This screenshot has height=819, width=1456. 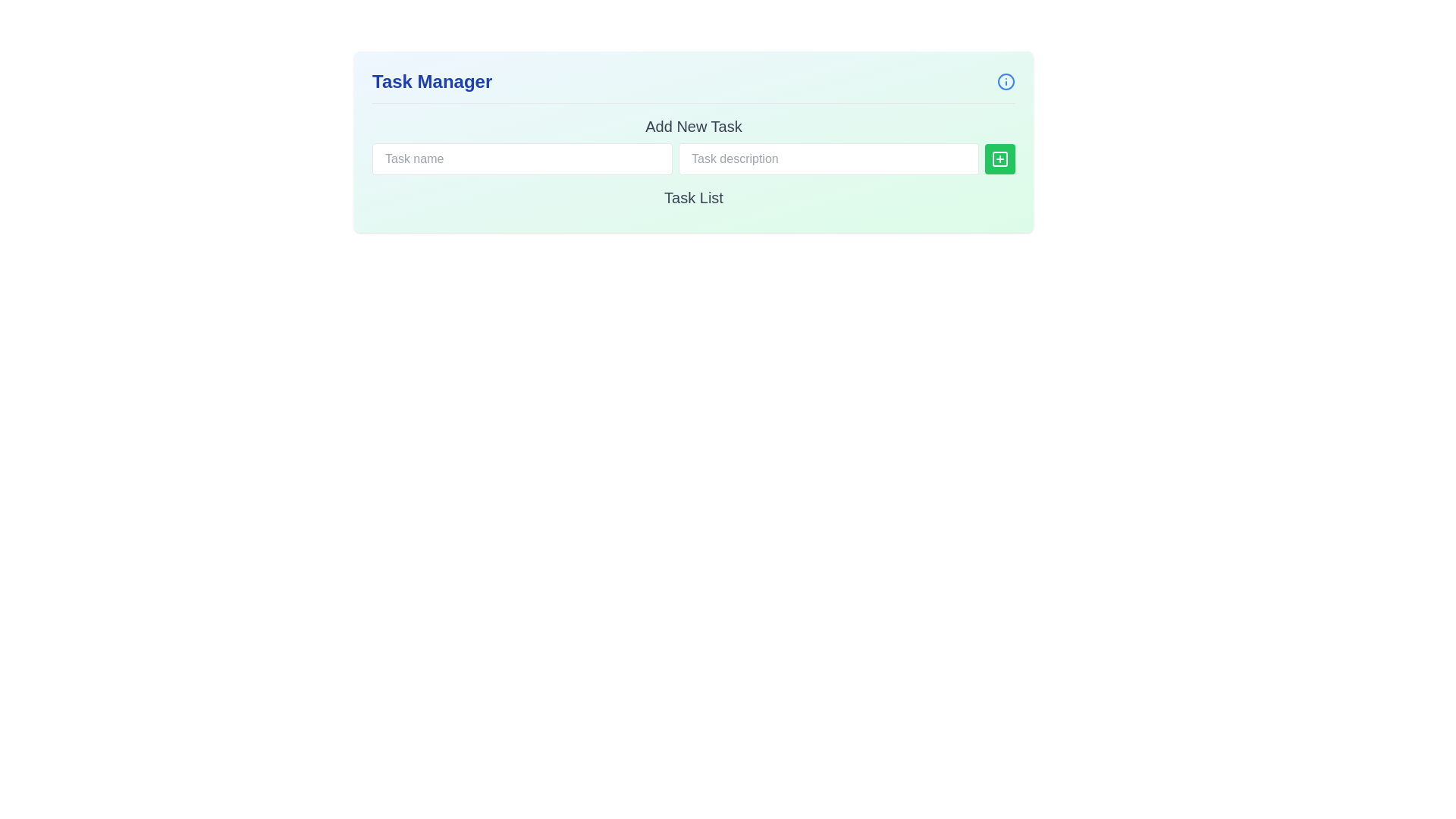 I want to click on the Text label that serves as a header or section title, indicating the area below it pertains to tasks in a list format, located just below the 'Add New Task' form, so click(x=693, y=197).